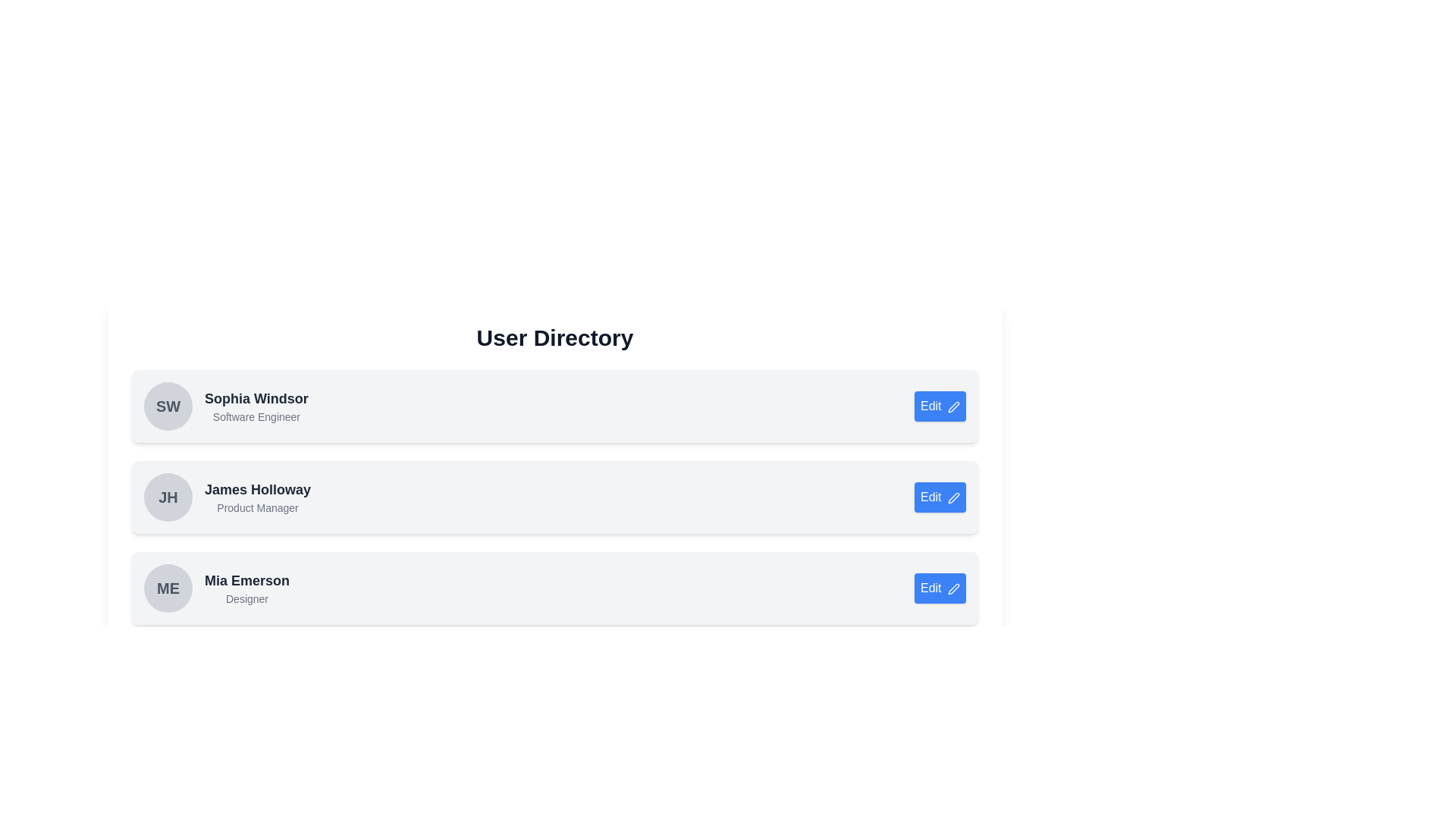 The height and width of the screenshot is (819, 1456). What do you see at coordinates (258, 497) in the screenshot?
I see `the Text Display containing 'James Holloway' and 'Product Manager' in the second user card, located to the center-right of the avatar labeled 'JH'` at bounding box center [258, 497].